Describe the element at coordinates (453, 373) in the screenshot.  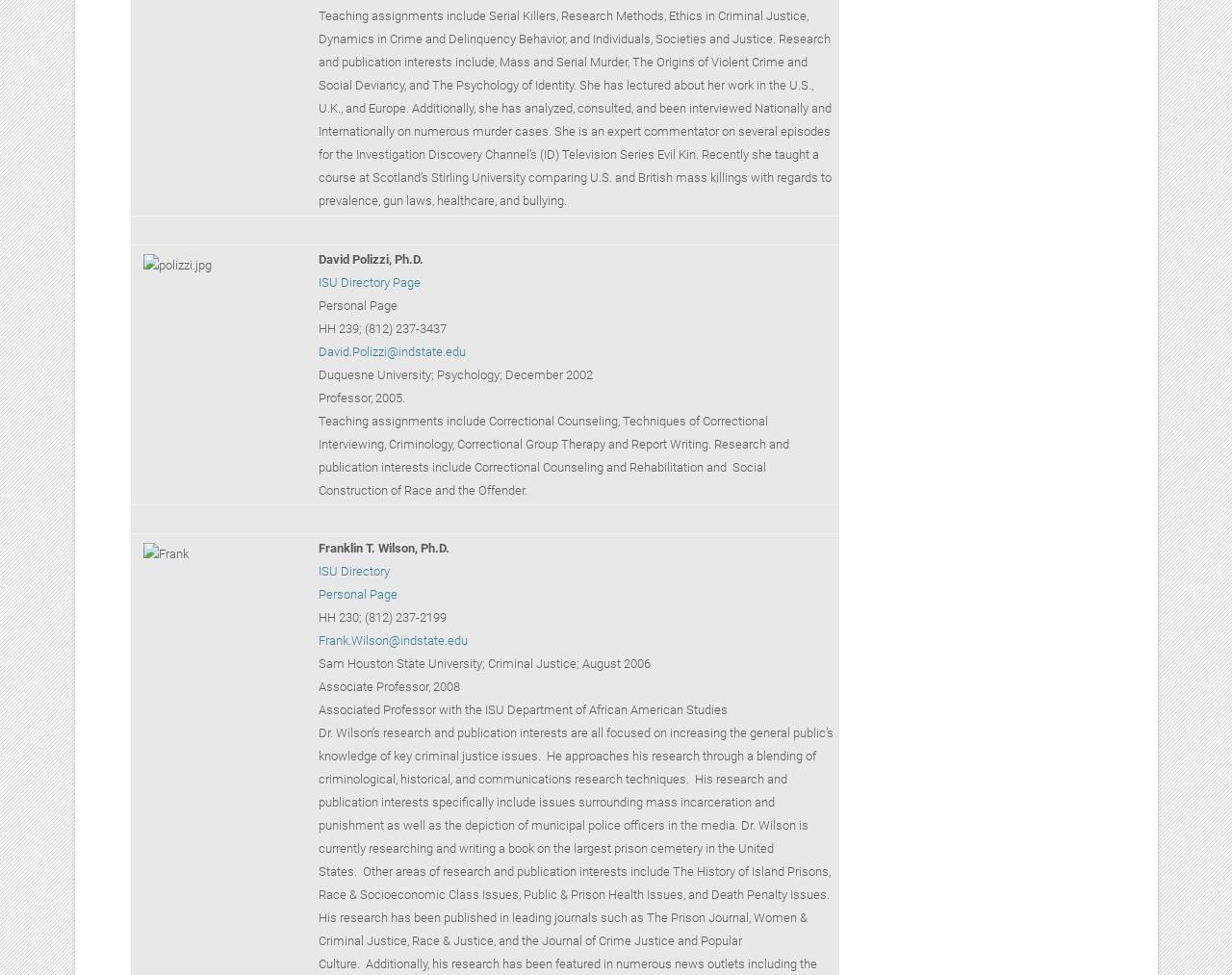
I see `'Duquesne University; Psychology; December 2002'` at that location.